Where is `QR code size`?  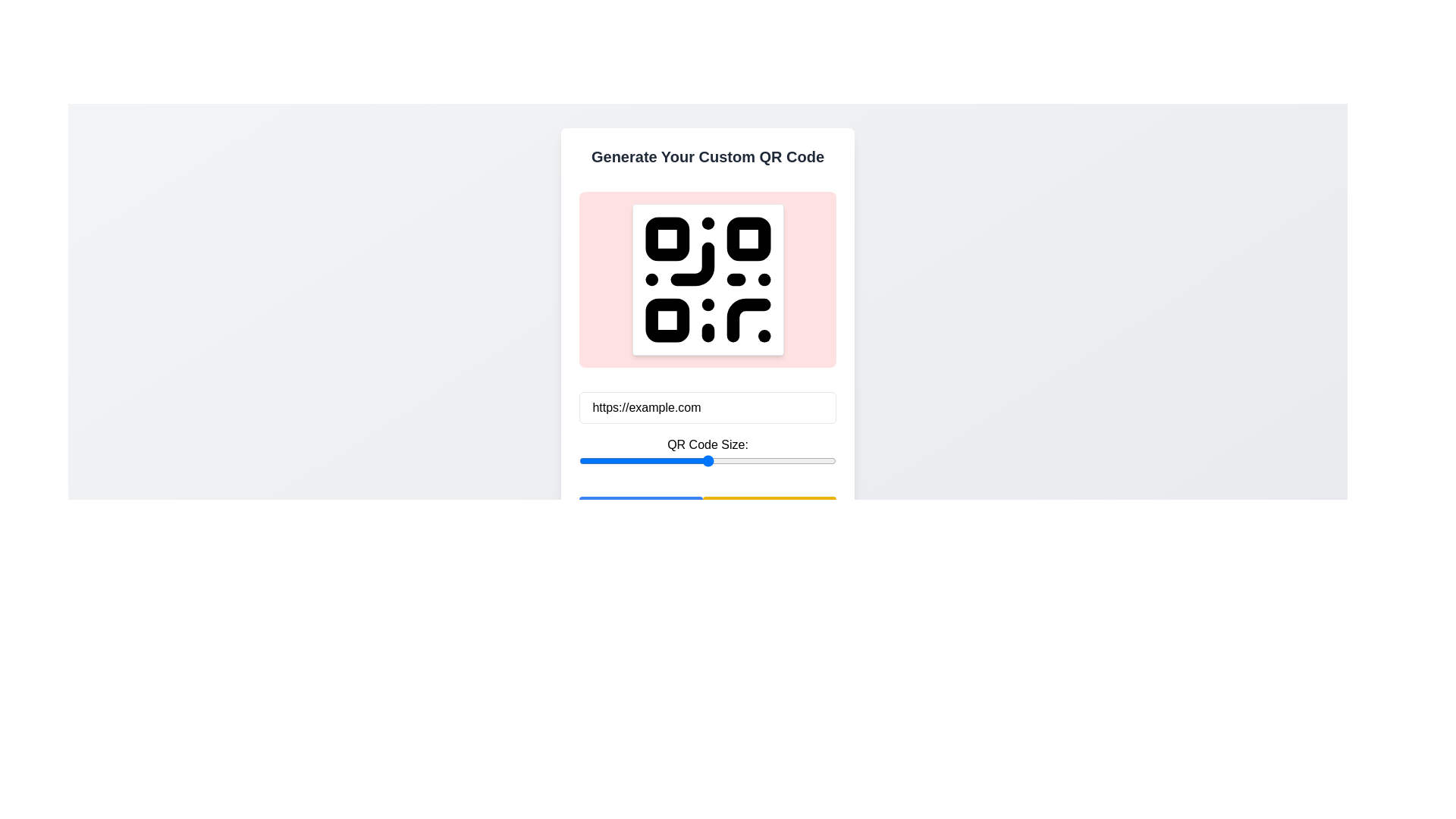 QR code size is located at coordinates (635, 460).